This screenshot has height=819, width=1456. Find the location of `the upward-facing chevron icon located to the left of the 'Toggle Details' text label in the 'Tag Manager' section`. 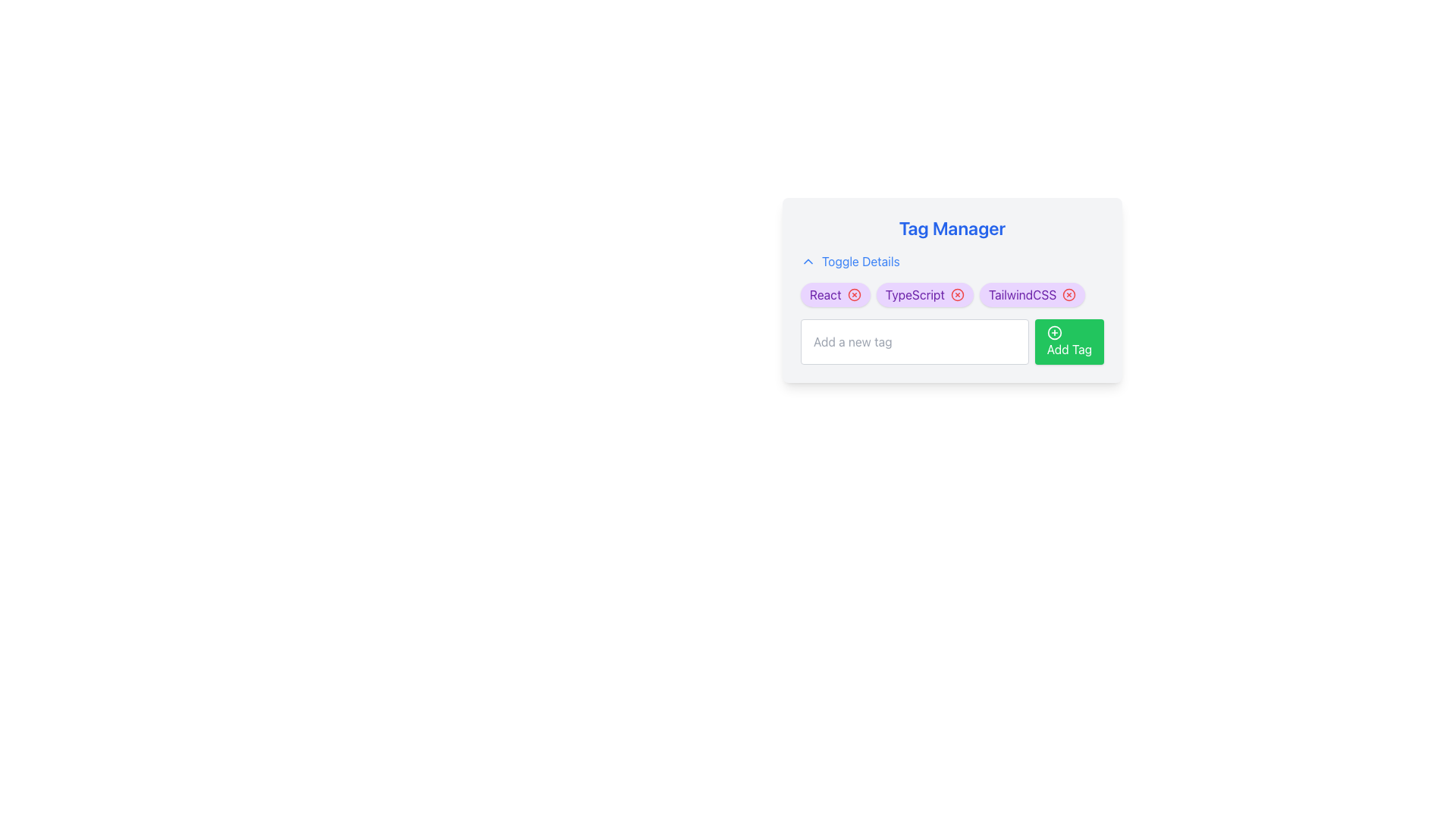

the upward-facing chevron icon located to the left of the 'Toggle Details' text label in the 'Tag Manager' section is located at coordinates (807, 260).